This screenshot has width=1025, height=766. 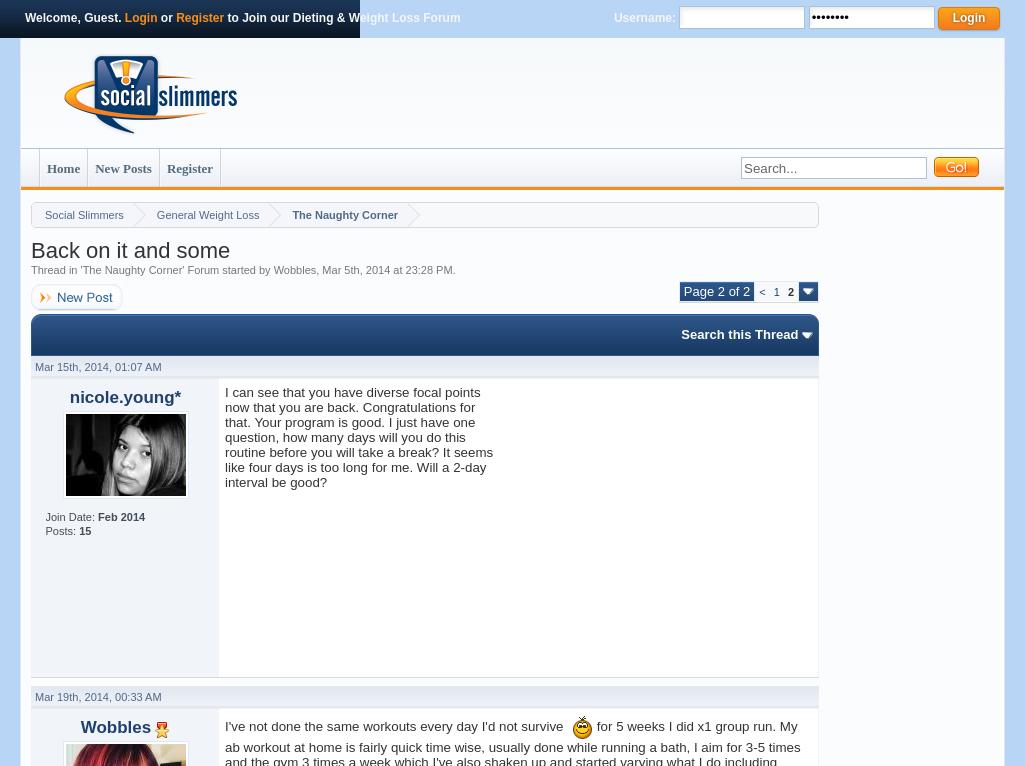 What do you see at coordinates (130, 249) in the screenshot?
I see `'Back on it and some'` at bounding box center [130, 249].